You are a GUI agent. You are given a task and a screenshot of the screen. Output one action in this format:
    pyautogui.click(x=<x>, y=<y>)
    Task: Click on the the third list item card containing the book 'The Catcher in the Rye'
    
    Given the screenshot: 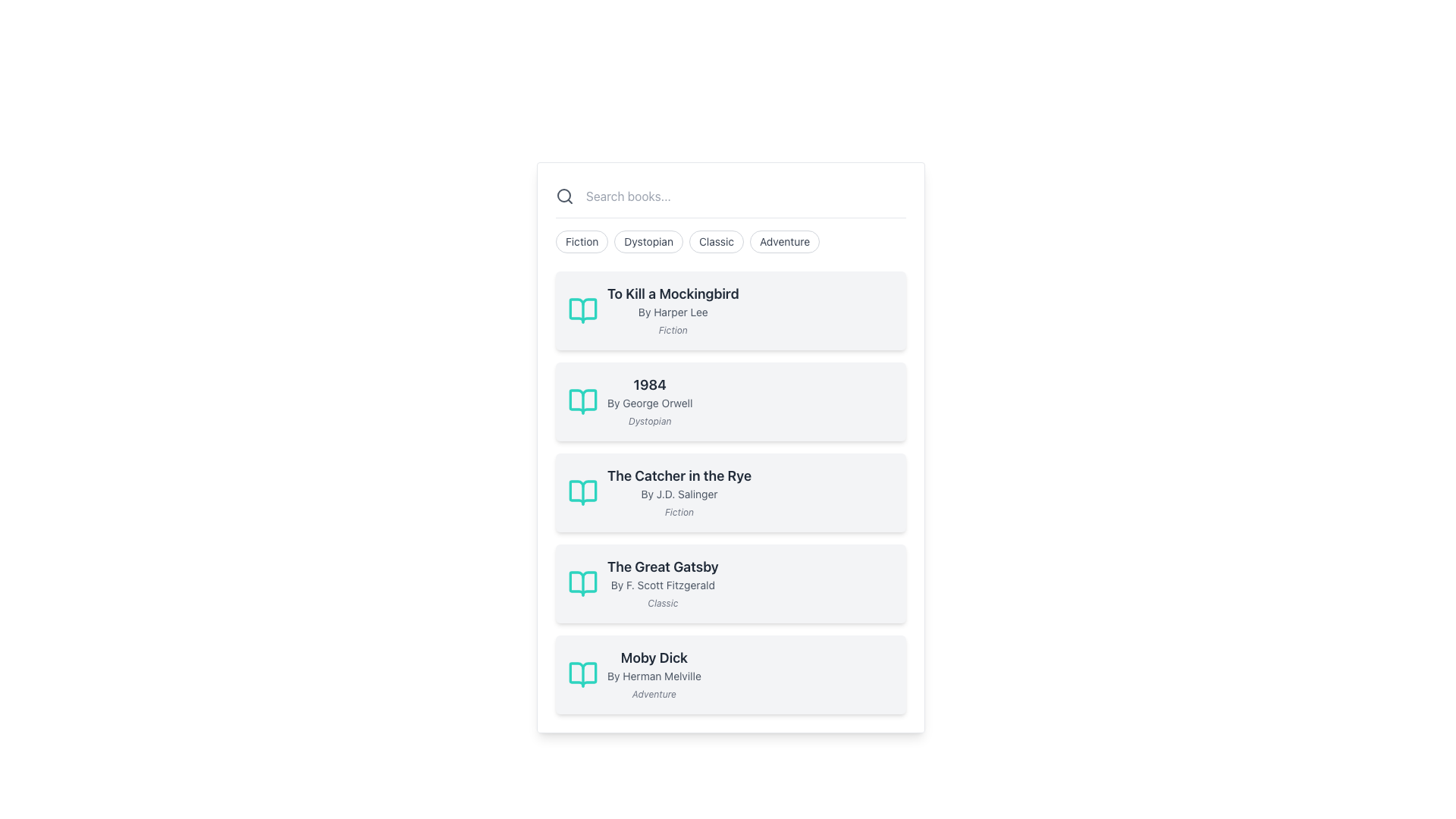 What is the action you would take?
    pyautogui.click(x=731, y=493)
    